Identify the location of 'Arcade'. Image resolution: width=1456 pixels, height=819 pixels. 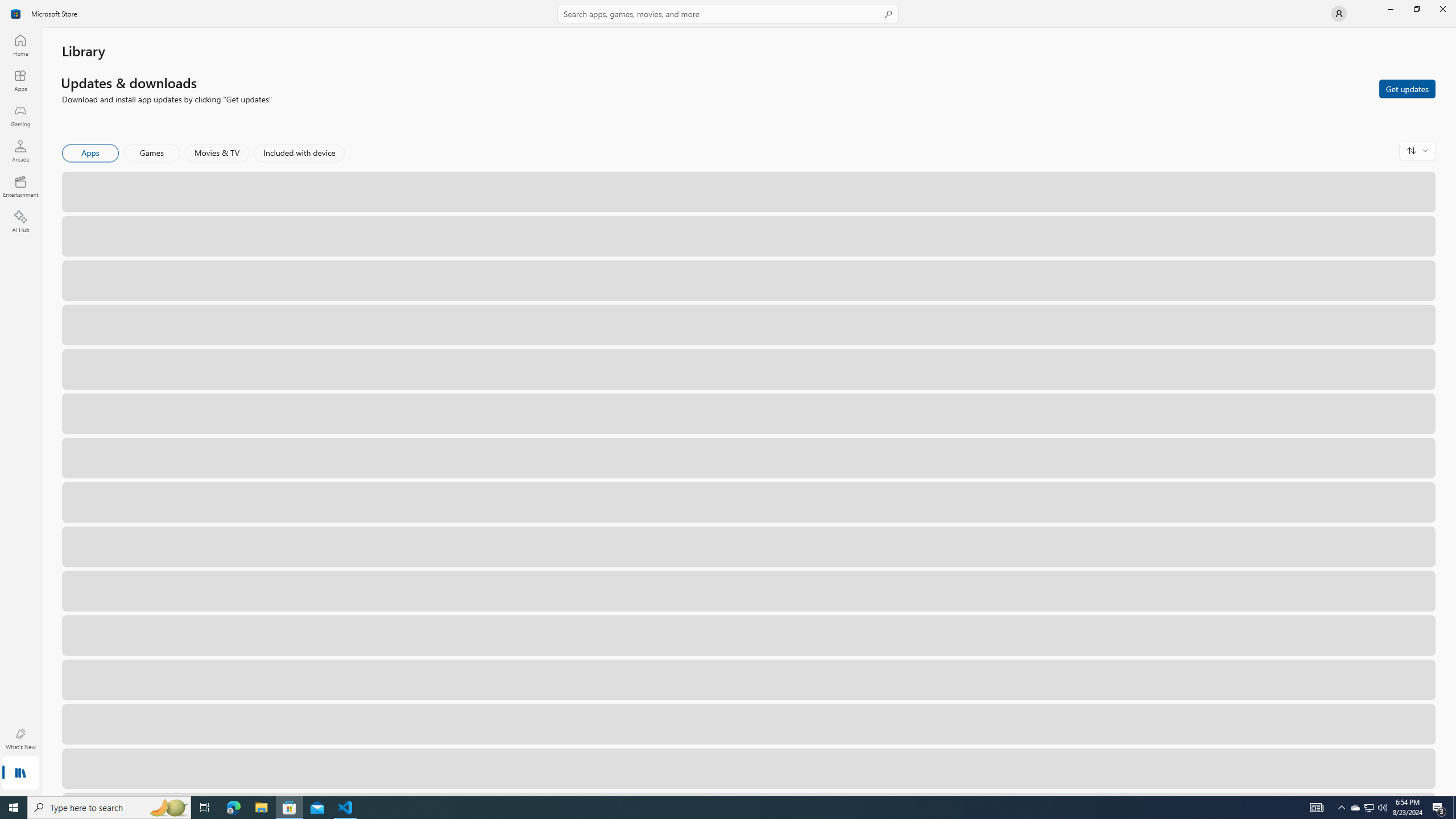
(19, 150).